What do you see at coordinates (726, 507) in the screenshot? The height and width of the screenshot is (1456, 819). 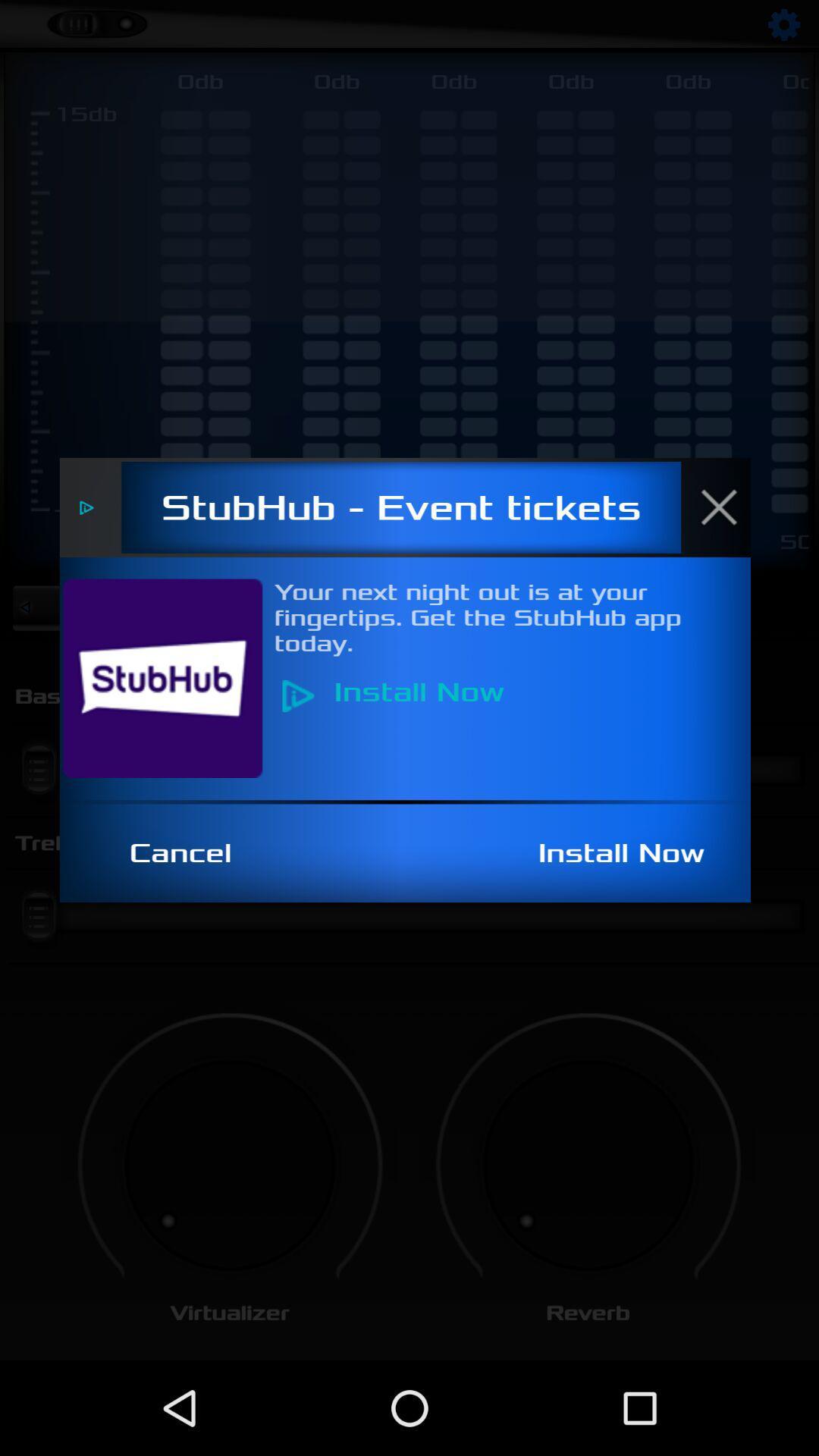 I see `the close icon` at bounding box center [726, 507].